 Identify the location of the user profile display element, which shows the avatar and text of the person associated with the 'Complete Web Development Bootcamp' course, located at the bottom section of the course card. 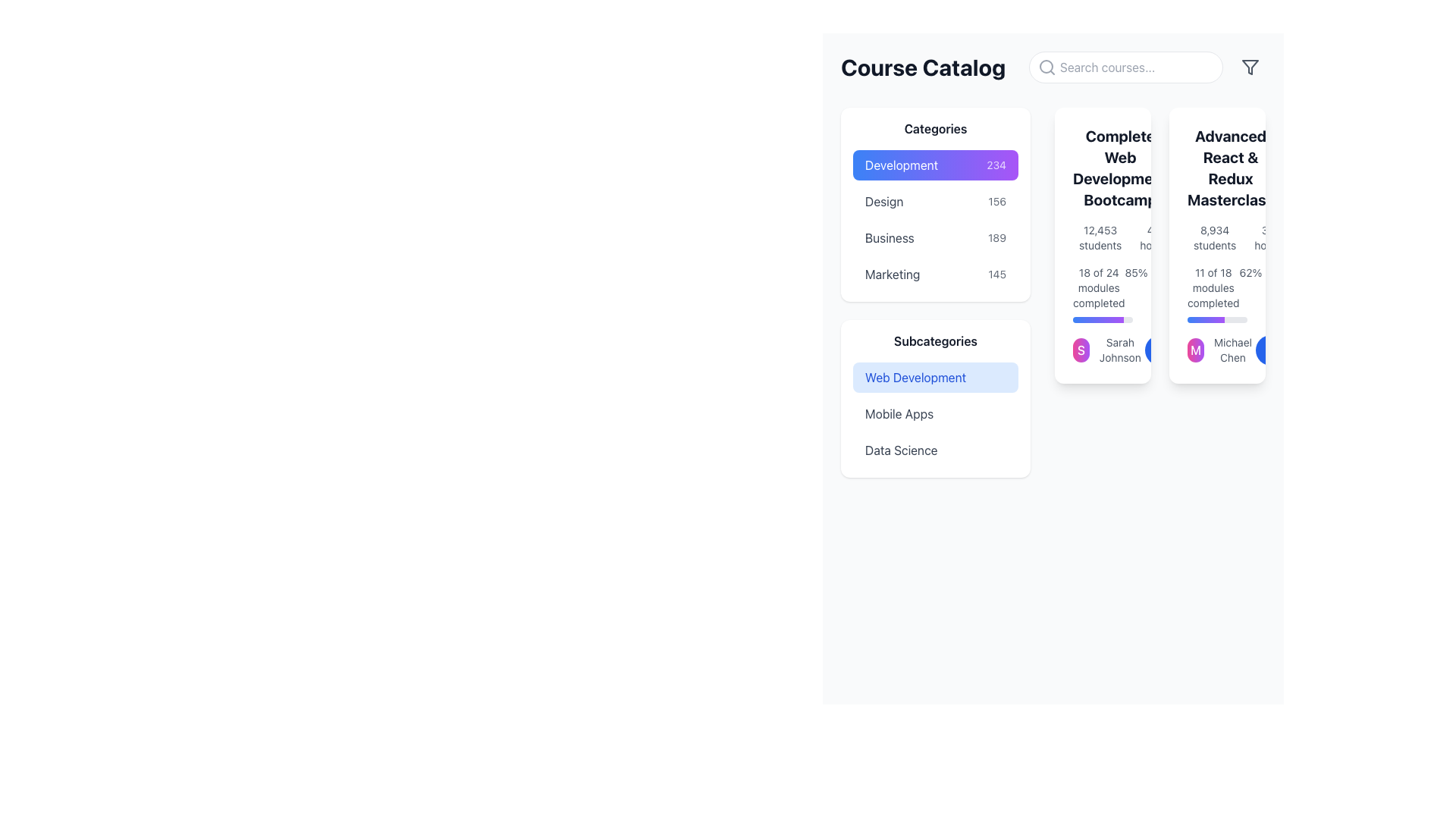
(1103, 350).